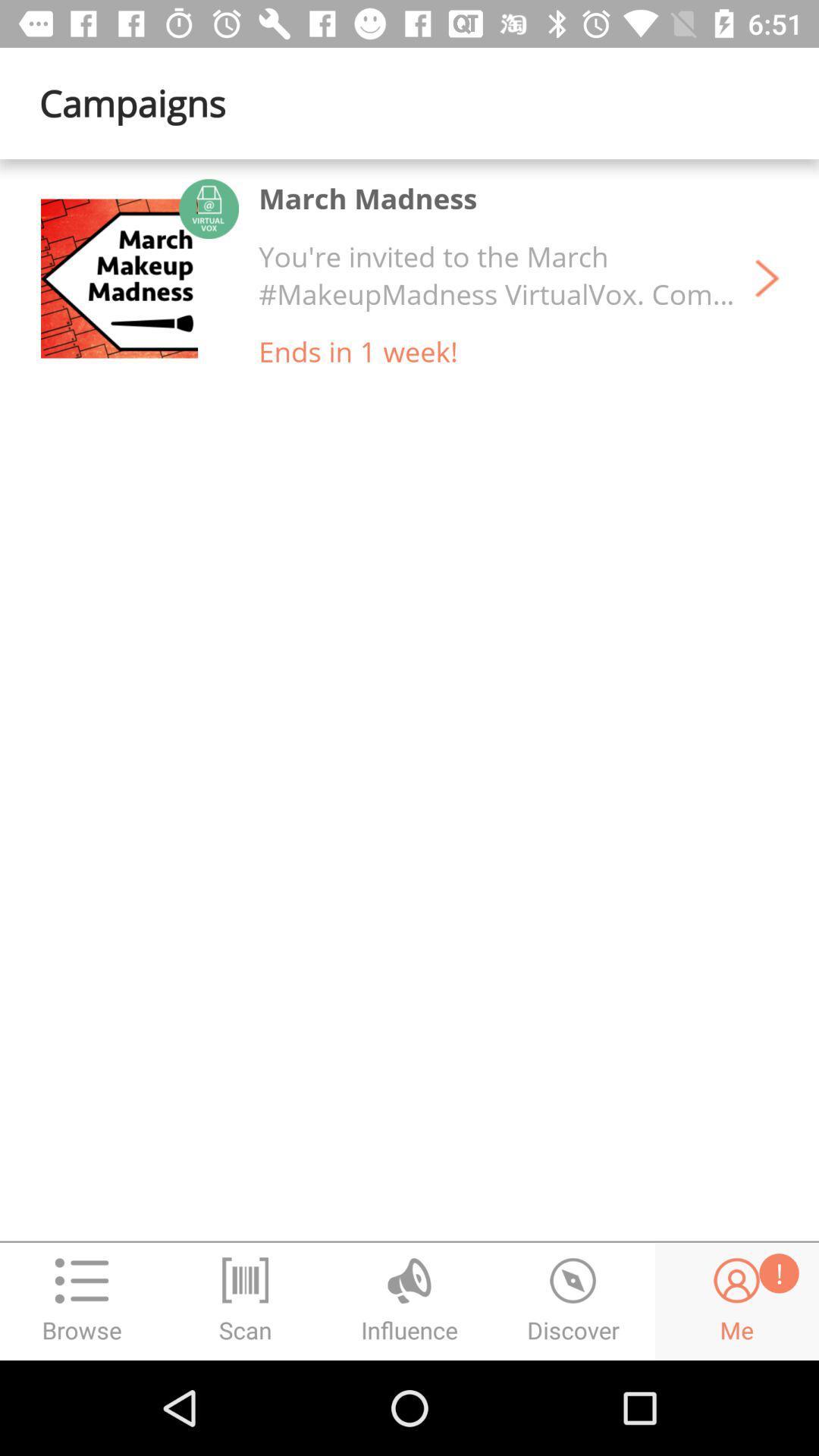  What do you see at coordinates (767, 278) in the screenshot?
I see `the item above the ! item` at bounding box center [767, 278].